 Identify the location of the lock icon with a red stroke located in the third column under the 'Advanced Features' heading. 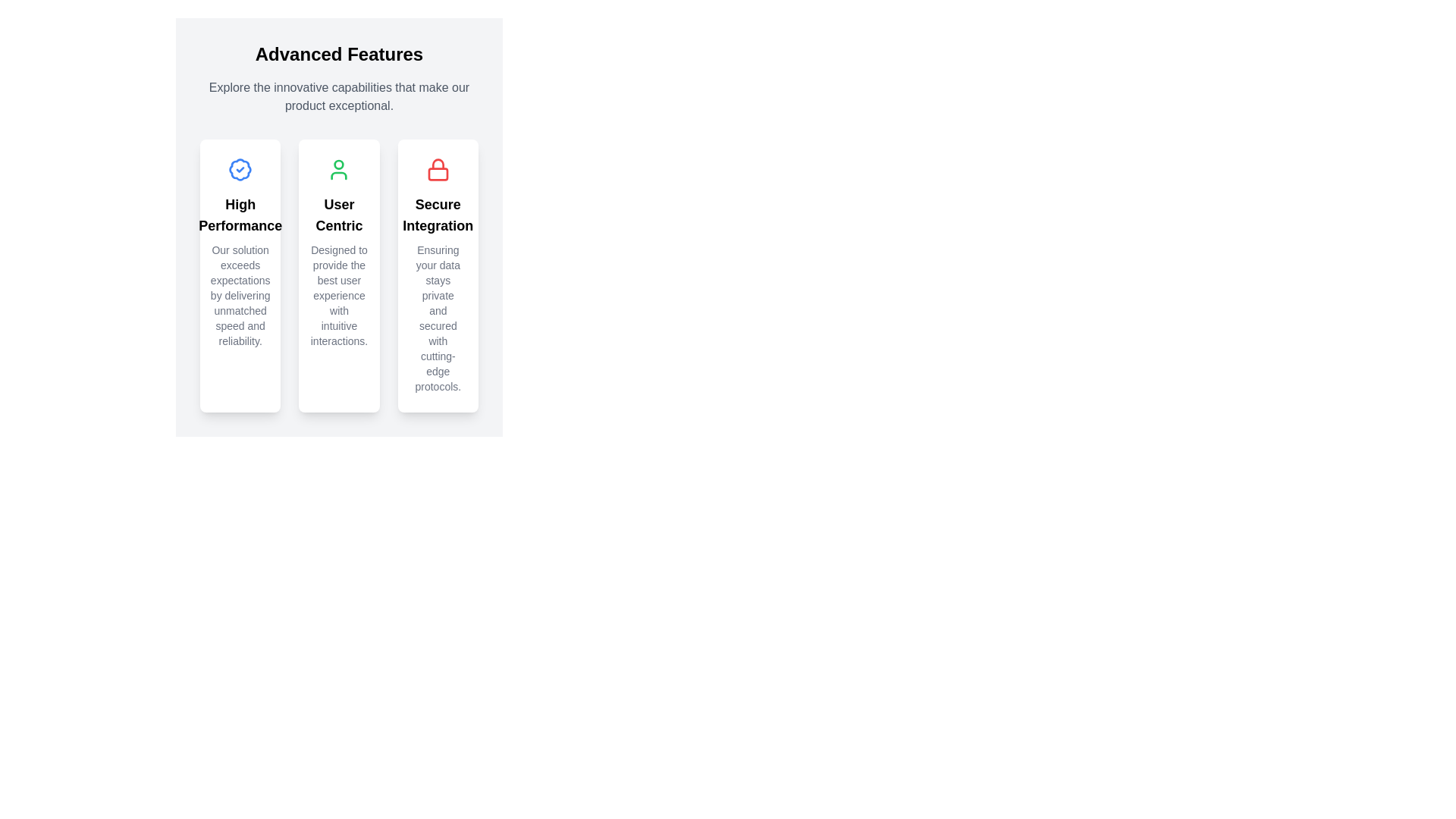
(437, 164).